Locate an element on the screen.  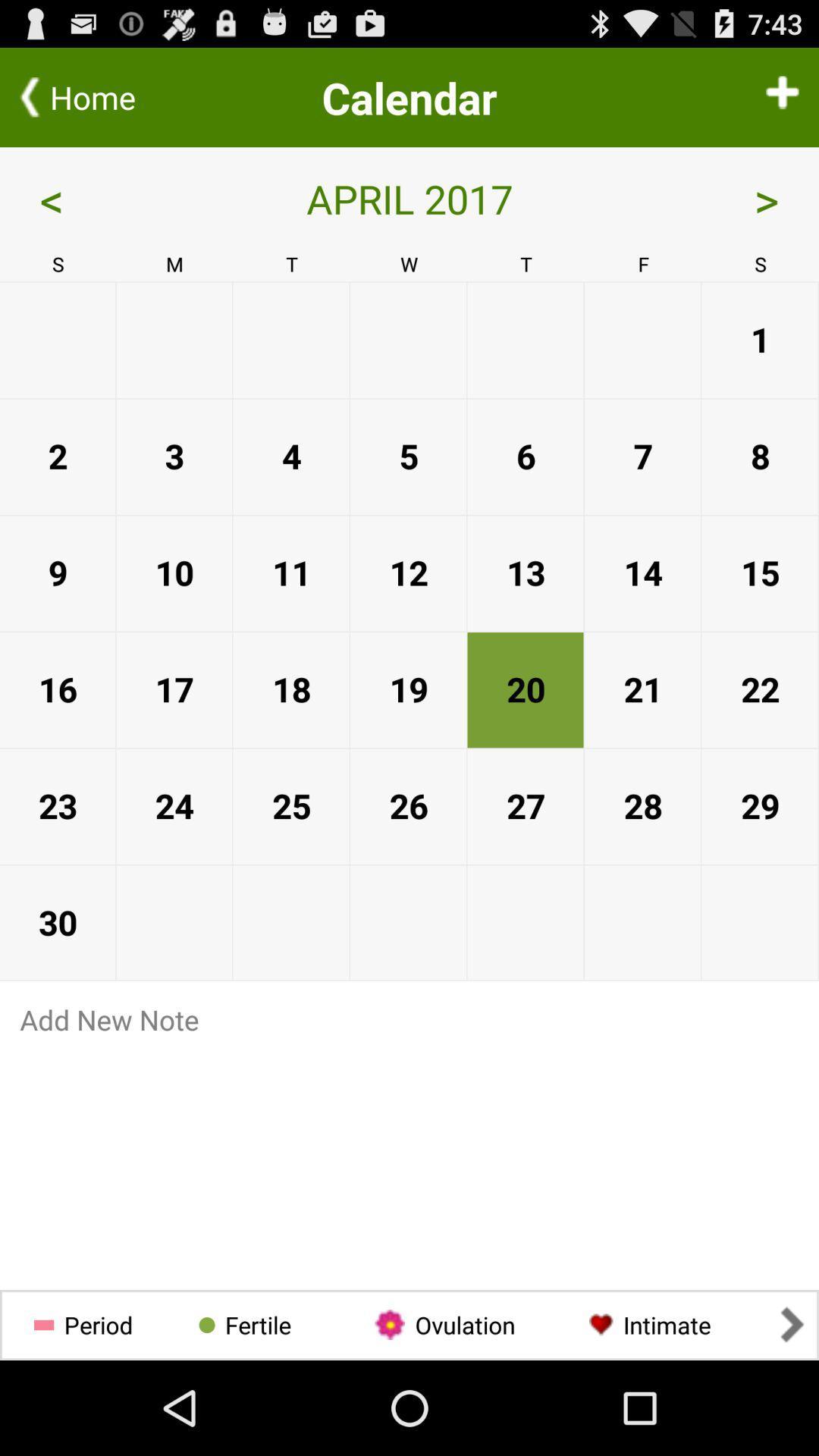
< app is located at coordinates (102, 198).